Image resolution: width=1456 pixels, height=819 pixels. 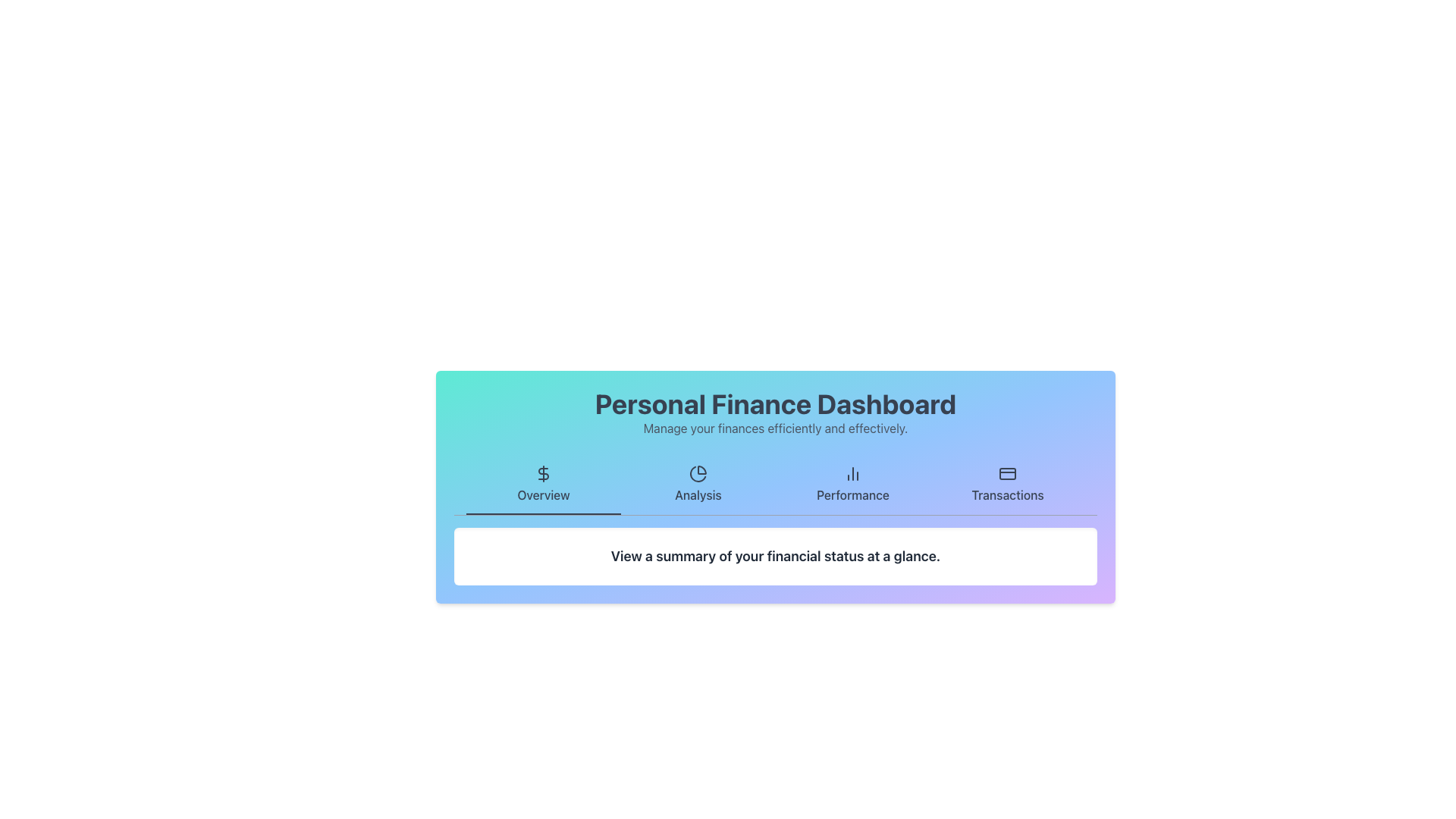 I want to click on the decorative icon in the 'Overview' section of the navigation bar that visually represents financial contexts, so click(x=543, y=472).